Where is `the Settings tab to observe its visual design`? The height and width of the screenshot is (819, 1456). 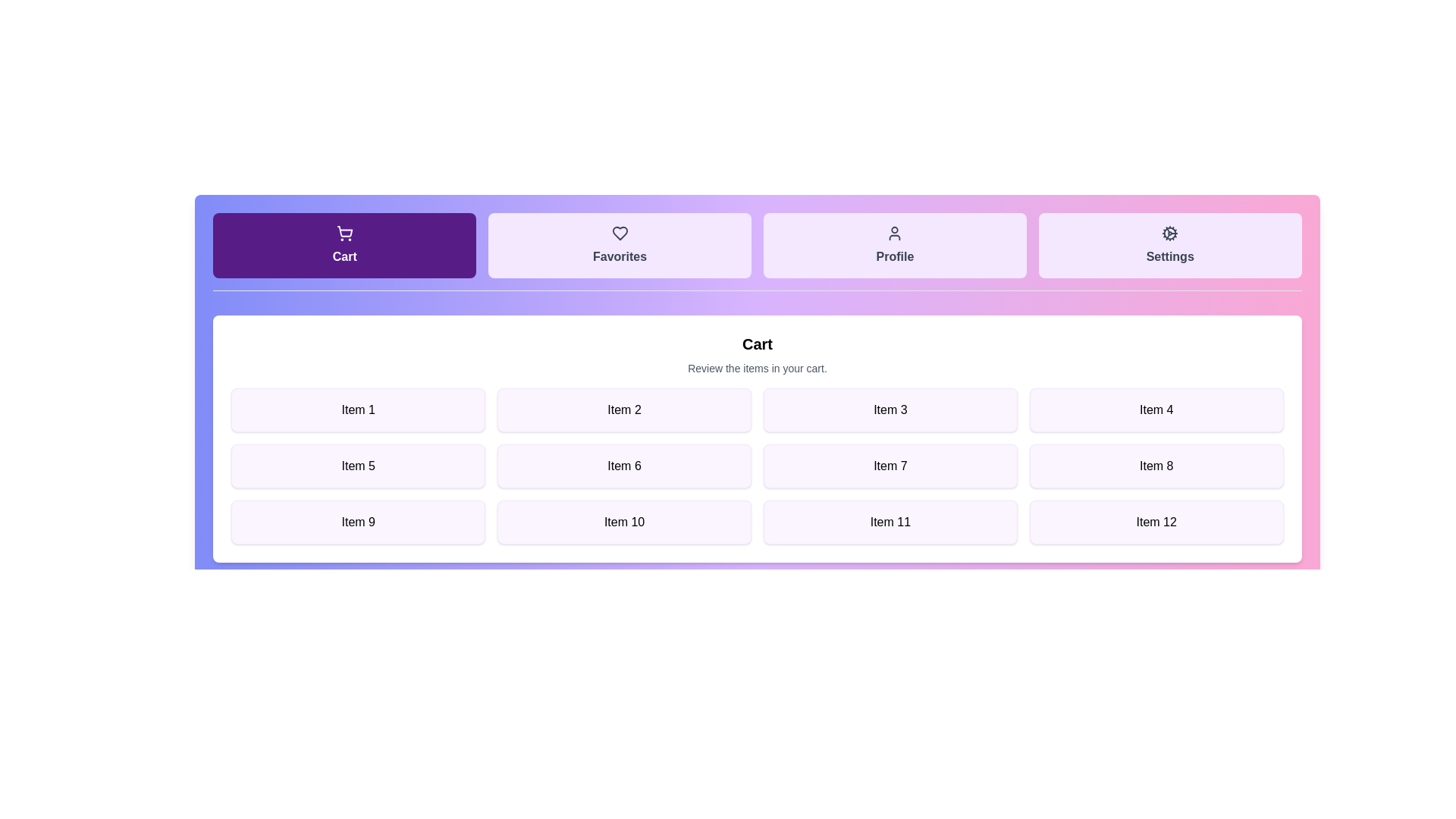
the Settings tab to observe its visual design is located at coordinates (1169, 245).